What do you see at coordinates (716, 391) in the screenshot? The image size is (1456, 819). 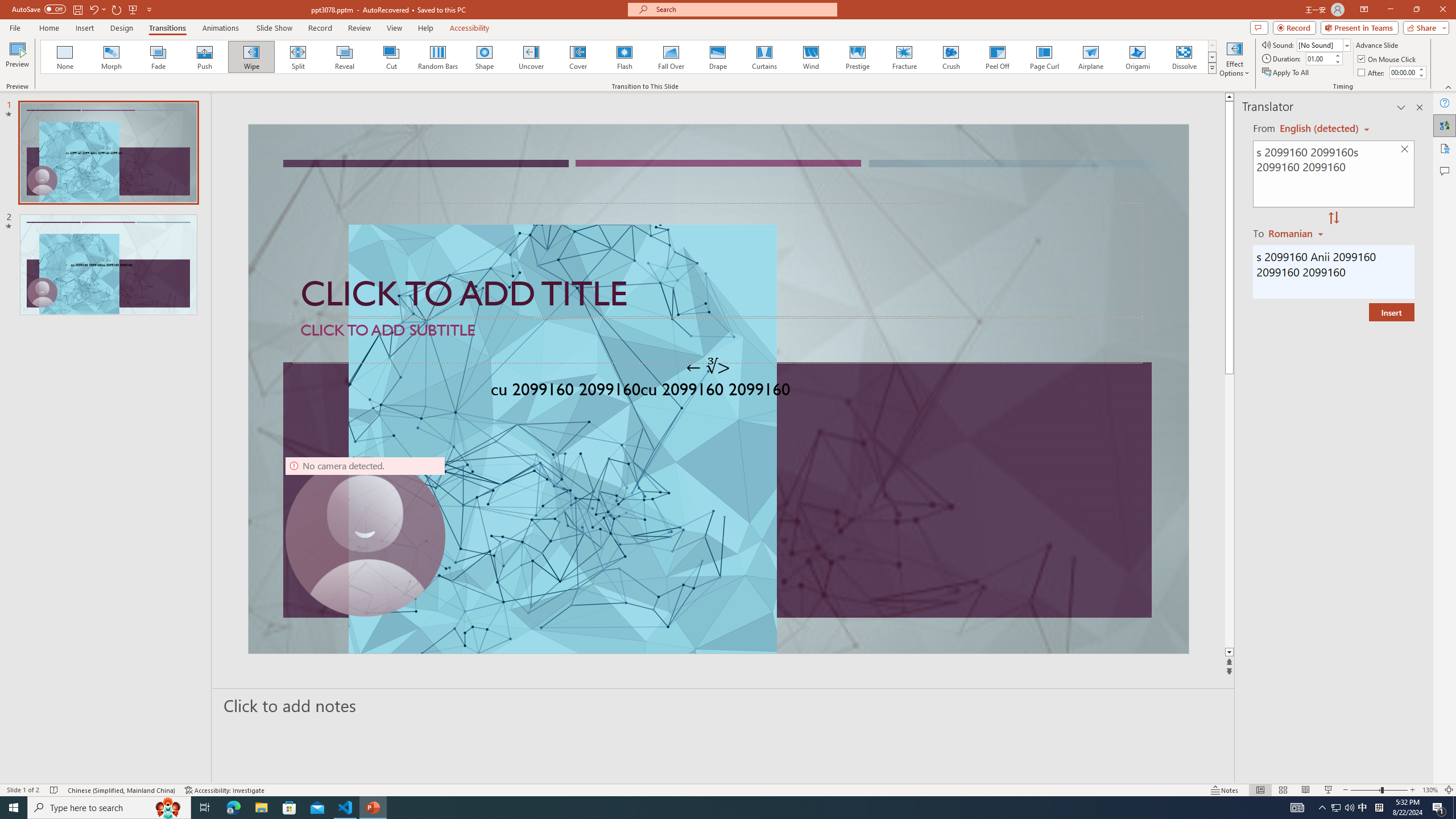 I see `'TextBox 61'` at bounding box center [716, 391].